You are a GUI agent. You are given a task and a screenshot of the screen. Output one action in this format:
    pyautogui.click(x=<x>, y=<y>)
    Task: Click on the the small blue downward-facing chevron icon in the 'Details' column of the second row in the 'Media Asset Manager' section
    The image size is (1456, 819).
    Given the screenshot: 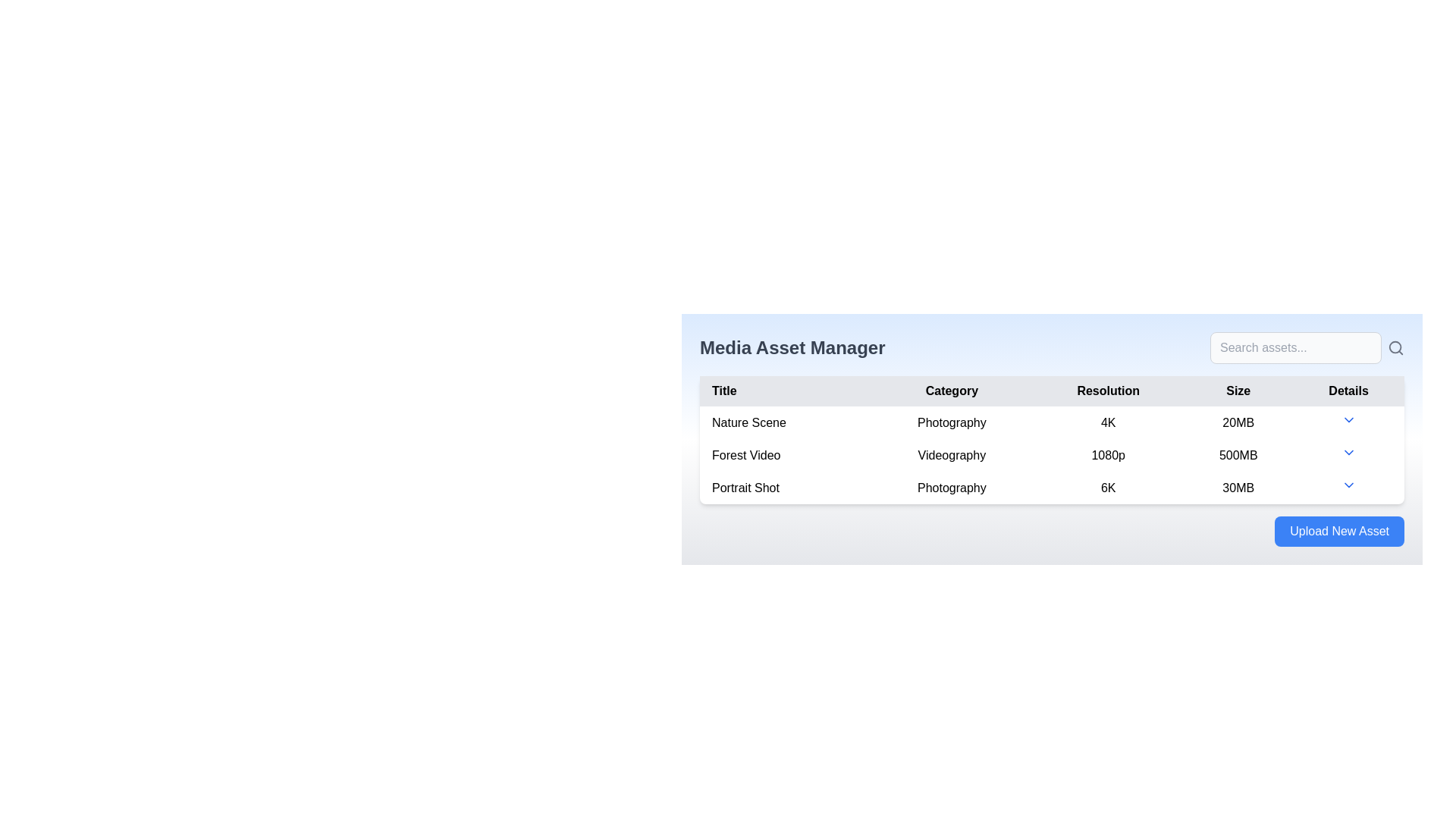 What is the action you would take?
    pyautogui.click(x=1348, y=452)
    